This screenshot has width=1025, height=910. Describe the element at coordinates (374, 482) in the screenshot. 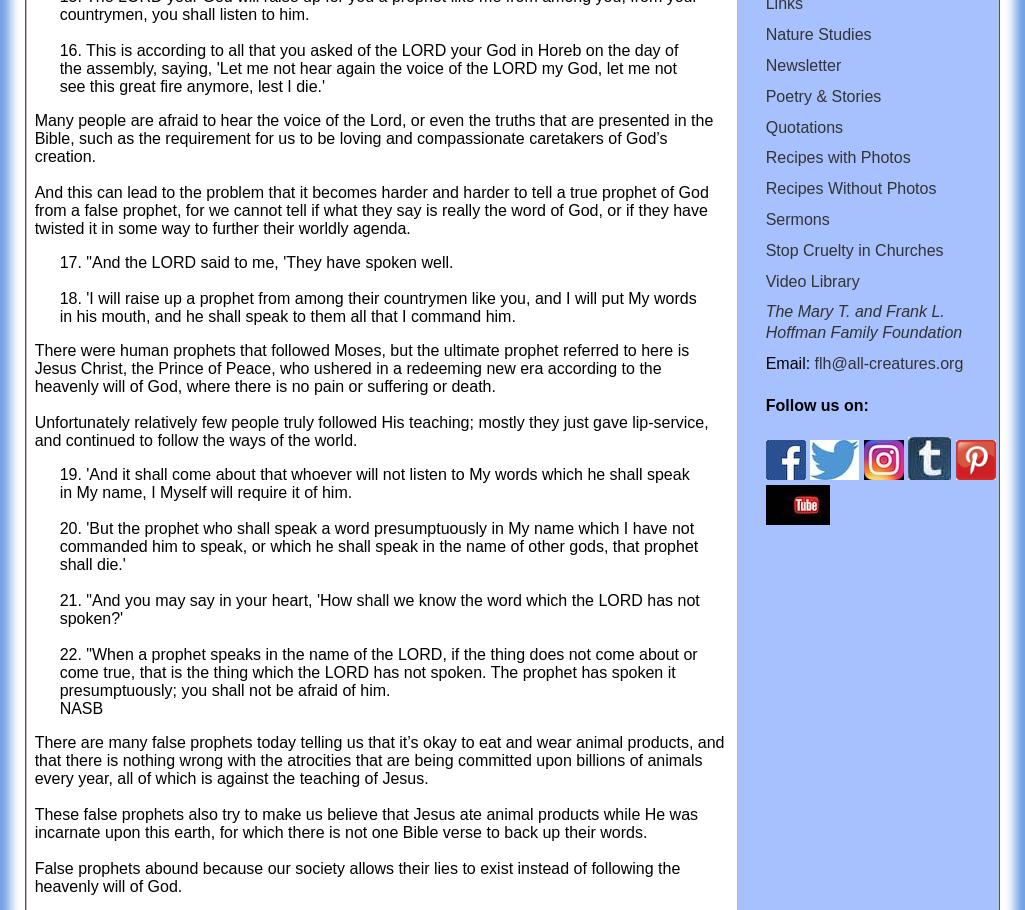

I see `'19. 'And it shall come about that whoever will not listen to My words which 
	he shall speak in My name, I Myself will require it of him.'` at that location.